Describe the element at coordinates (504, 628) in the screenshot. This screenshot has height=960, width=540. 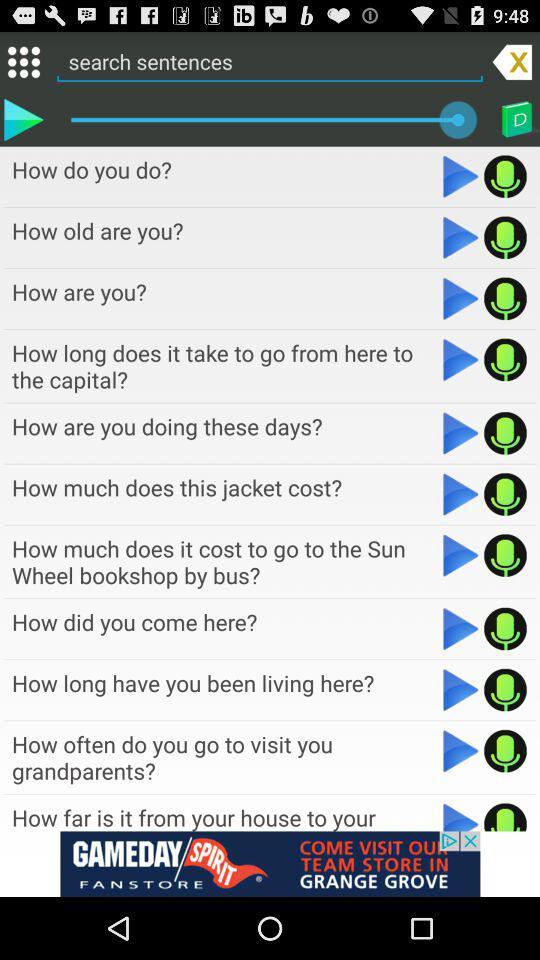
I see `record audio` at that location.